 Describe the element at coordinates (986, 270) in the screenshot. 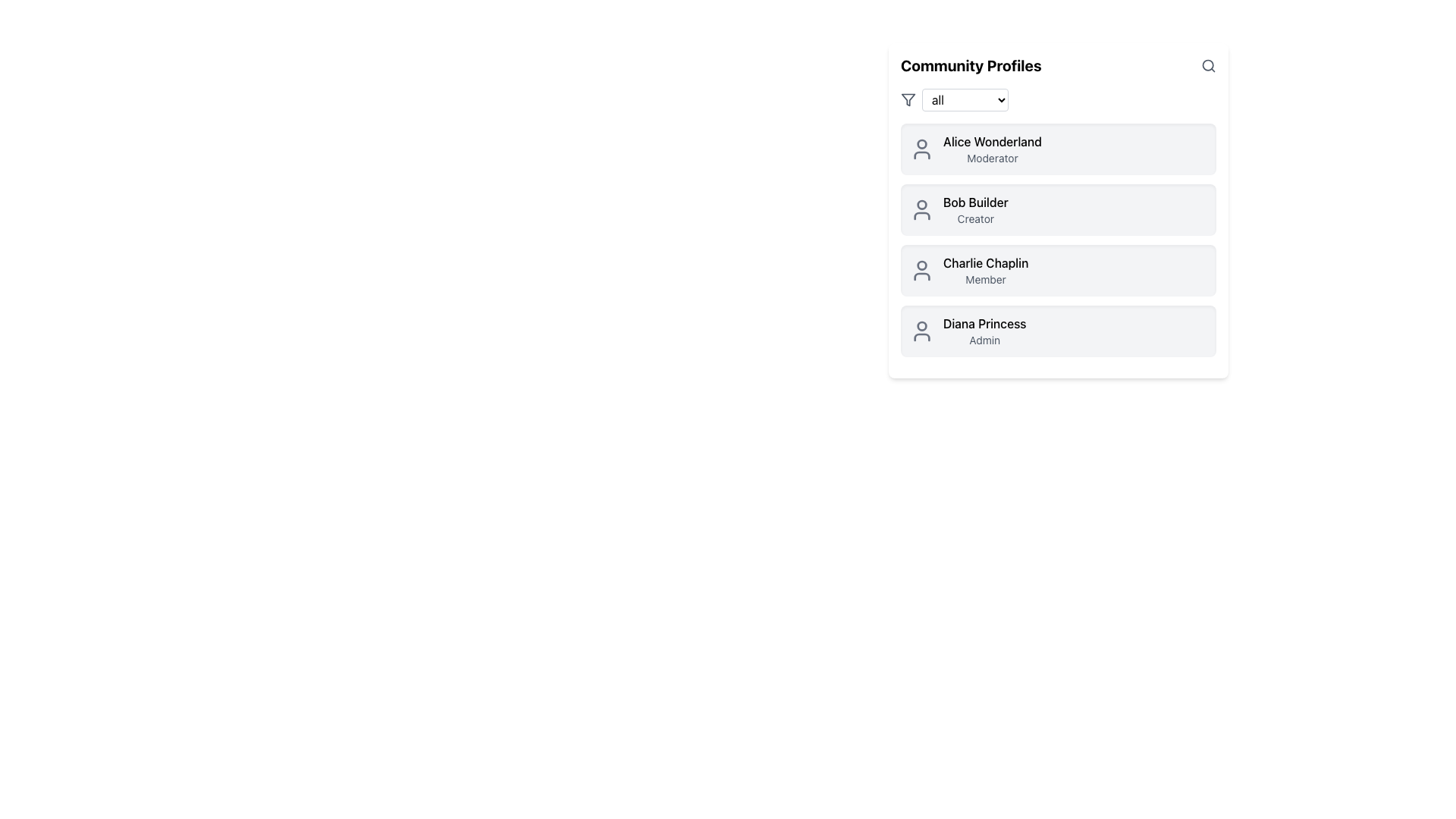

I see `displayed text of the user profile showing 'Charlie Chaplin' and 'Member' located in the third row of the vertical list of user profiles` at that location.